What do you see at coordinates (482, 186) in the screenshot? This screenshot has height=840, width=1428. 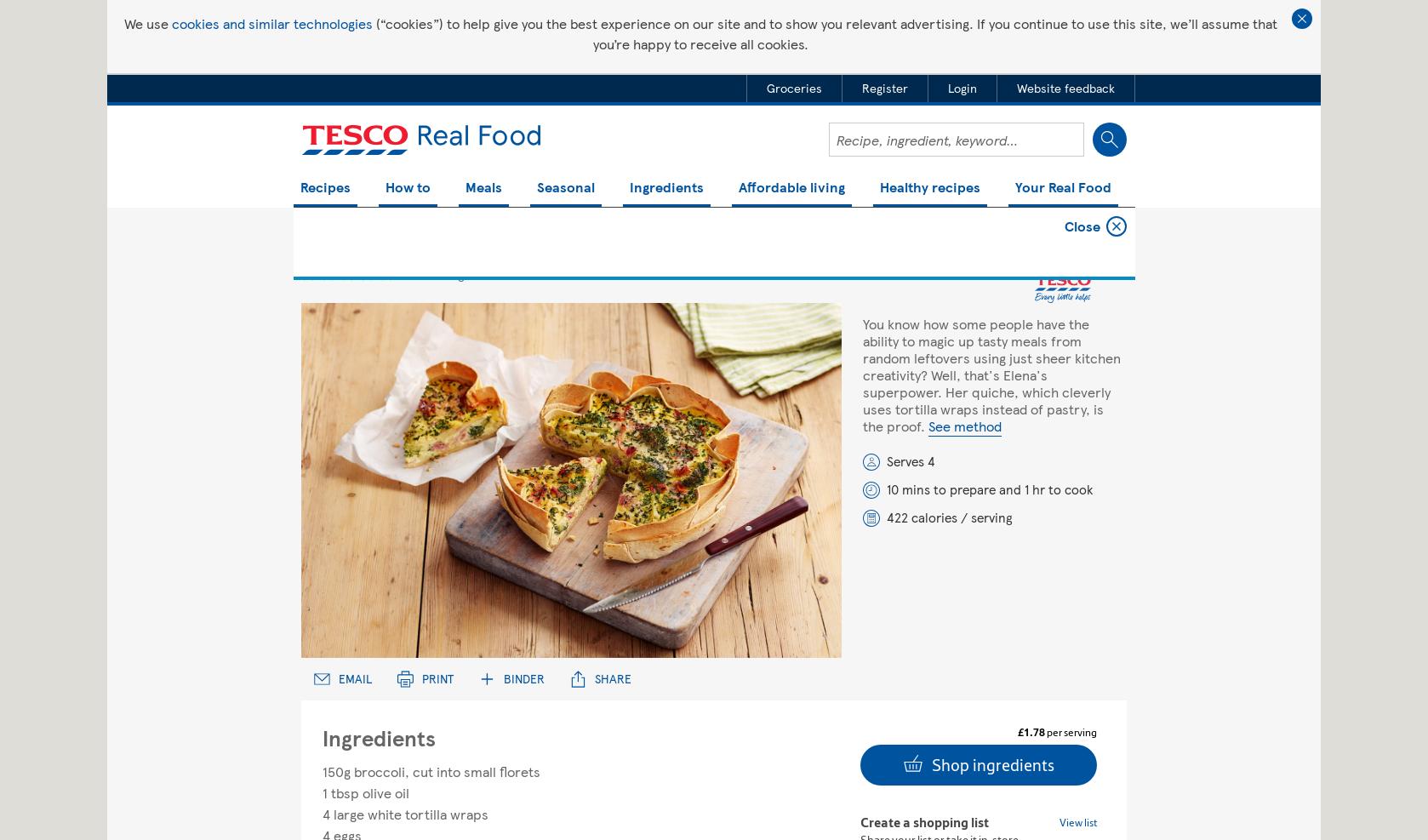 I see `'Meals'` at bounding box center [482, 186].